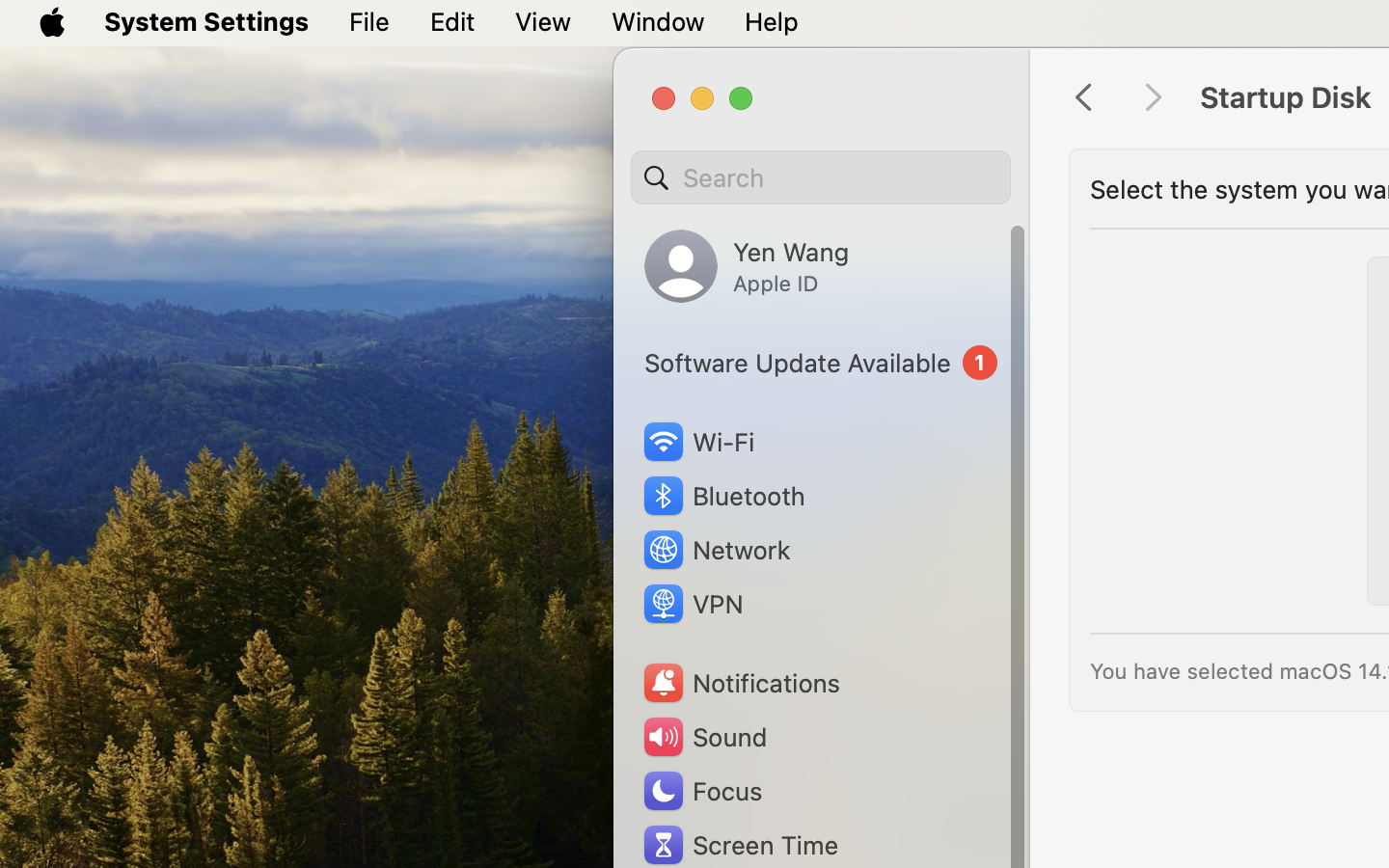 Image resolution: width=1389 pixels, height=868 pixels. What do you see at coordinates (738, 844) in the screenshot?
I see `'Screen Time'` at bounding box center [738, 844].